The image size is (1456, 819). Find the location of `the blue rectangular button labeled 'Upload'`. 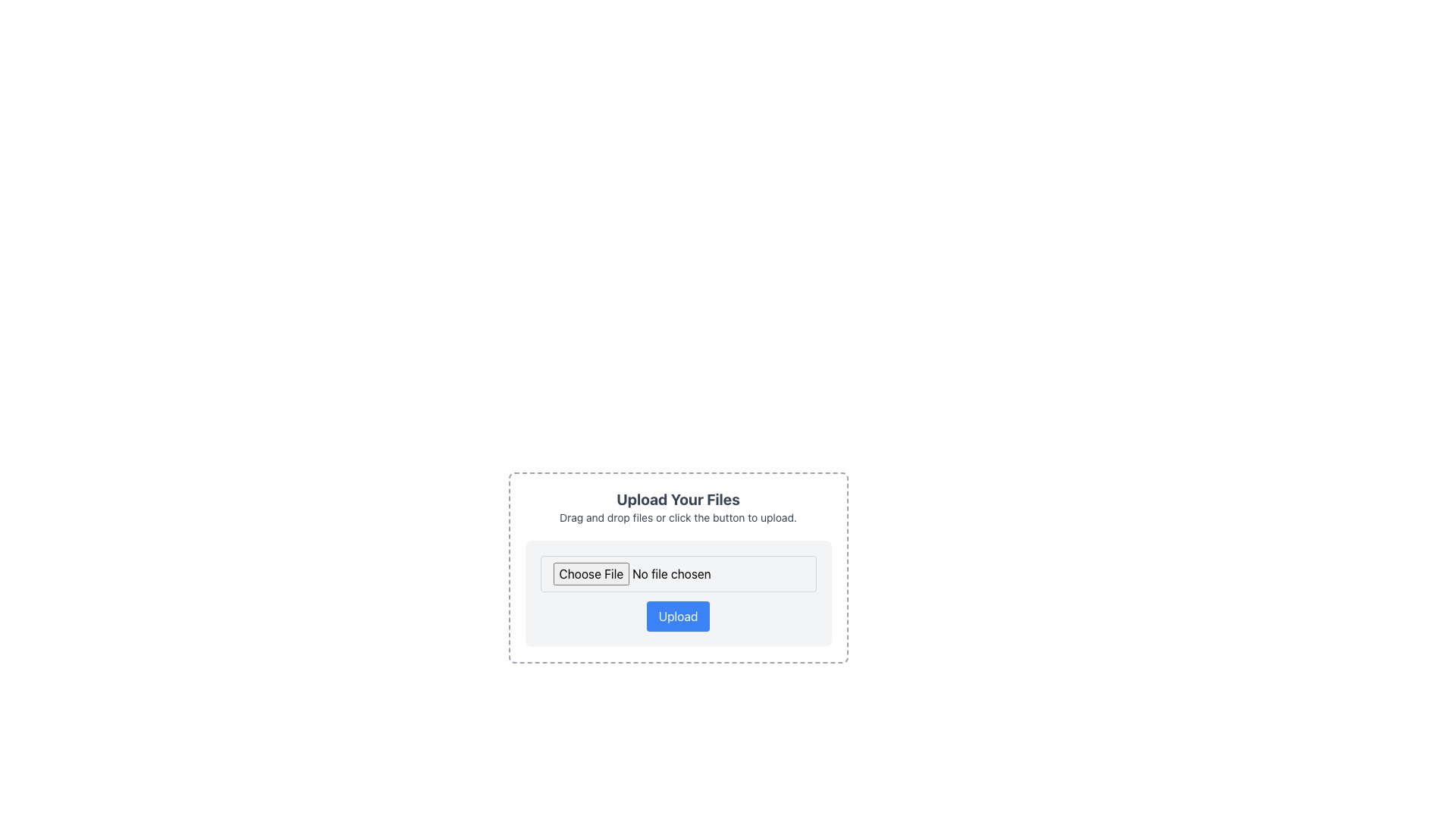

the blue rectangular button labeled 'Upload' is located at coordinates (677, 617).